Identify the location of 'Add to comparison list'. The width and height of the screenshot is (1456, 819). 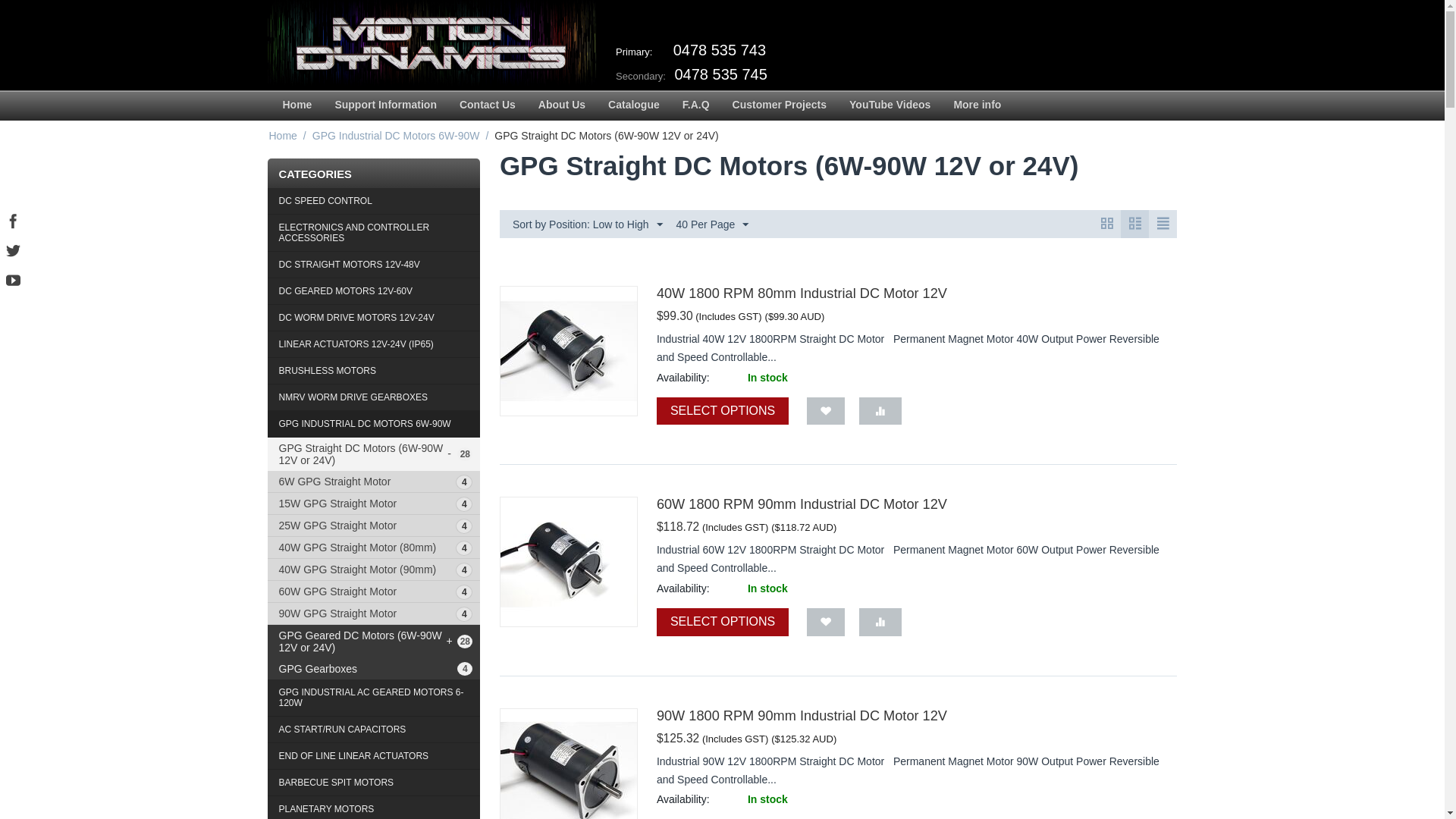
(880, 411).